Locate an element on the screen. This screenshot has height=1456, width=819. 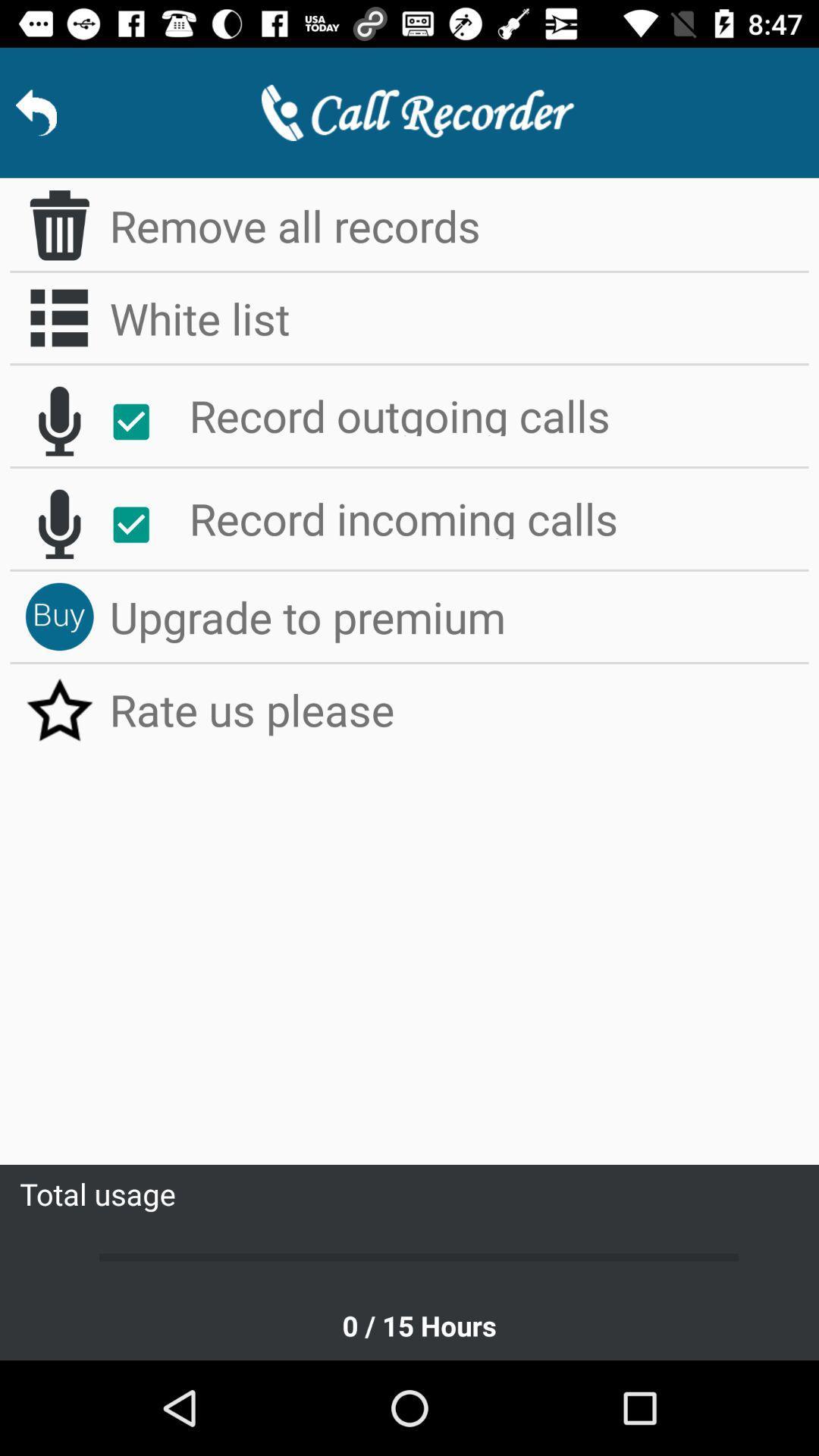
remove all records app is located at coordinates (458, 224).